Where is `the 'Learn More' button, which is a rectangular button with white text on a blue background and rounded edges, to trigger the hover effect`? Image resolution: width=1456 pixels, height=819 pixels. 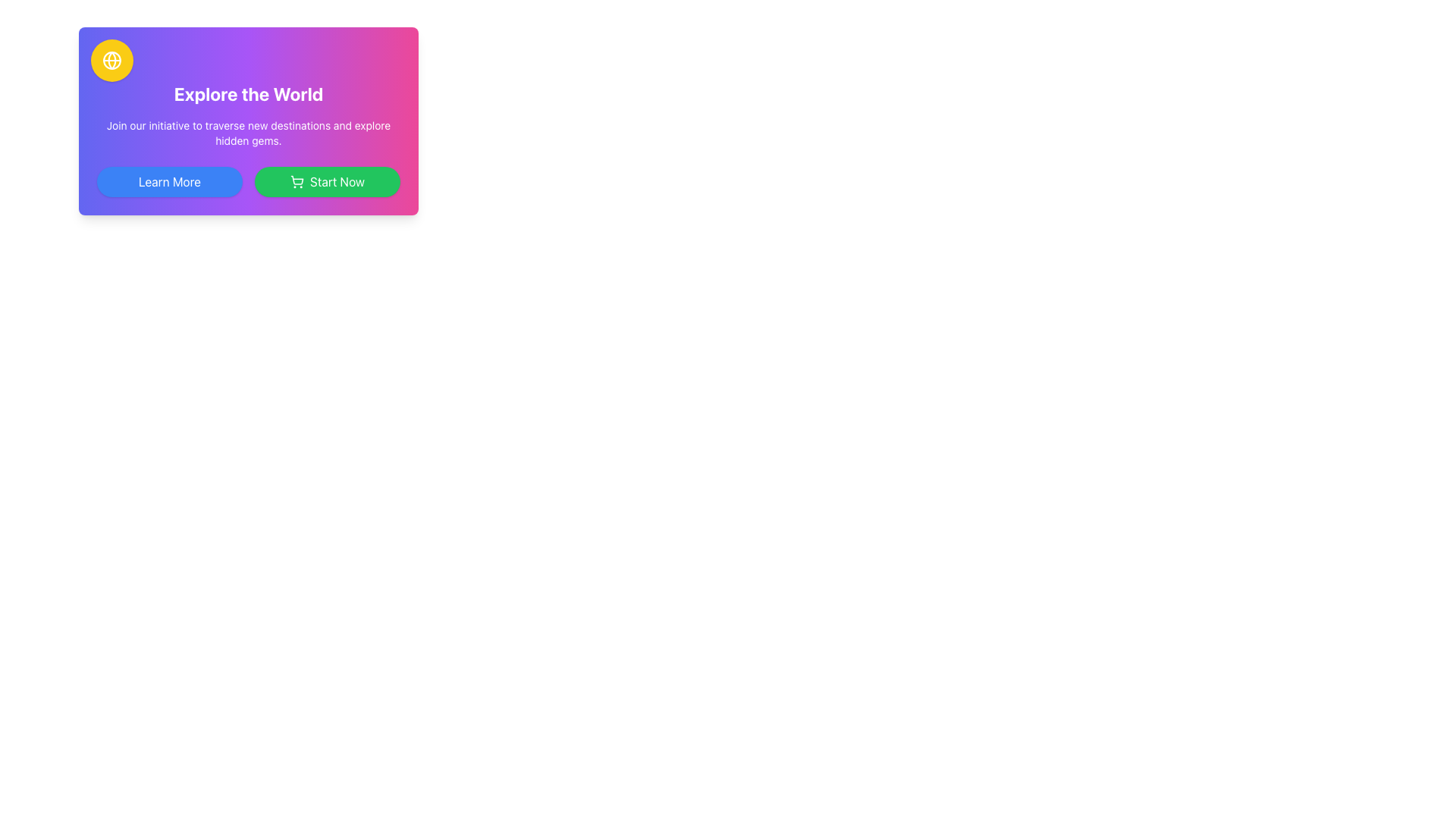
the 'Learn More' button, which is a rectangular button with white text on a blue background and rounded edges, to trigger the hover effect is located at coordinates (170, 180).